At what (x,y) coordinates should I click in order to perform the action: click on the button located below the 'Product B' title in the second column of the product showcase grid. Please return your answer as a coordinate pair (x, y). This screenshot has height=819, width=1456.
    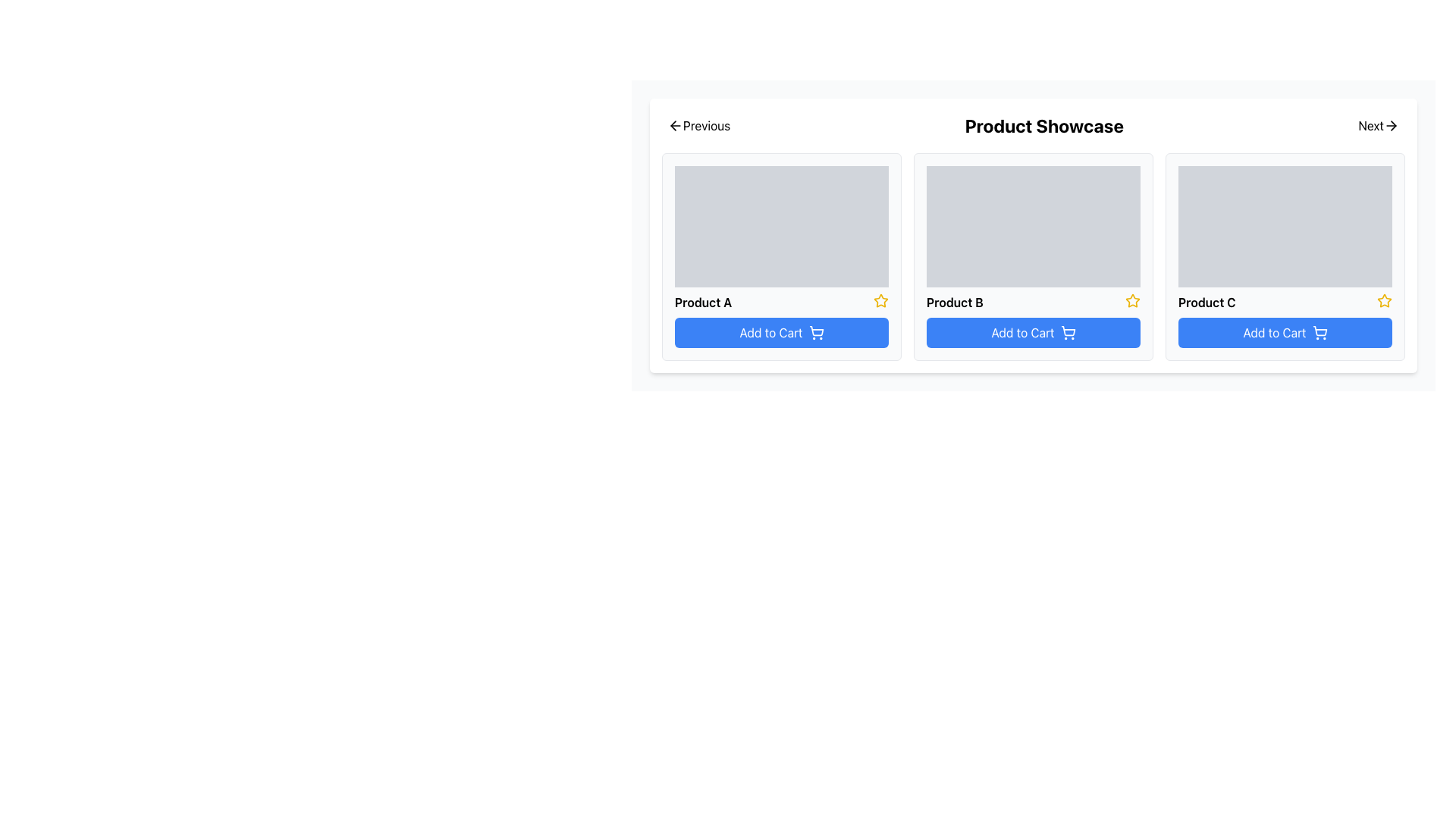
    Looking at the image, I should click on (1033, 332).